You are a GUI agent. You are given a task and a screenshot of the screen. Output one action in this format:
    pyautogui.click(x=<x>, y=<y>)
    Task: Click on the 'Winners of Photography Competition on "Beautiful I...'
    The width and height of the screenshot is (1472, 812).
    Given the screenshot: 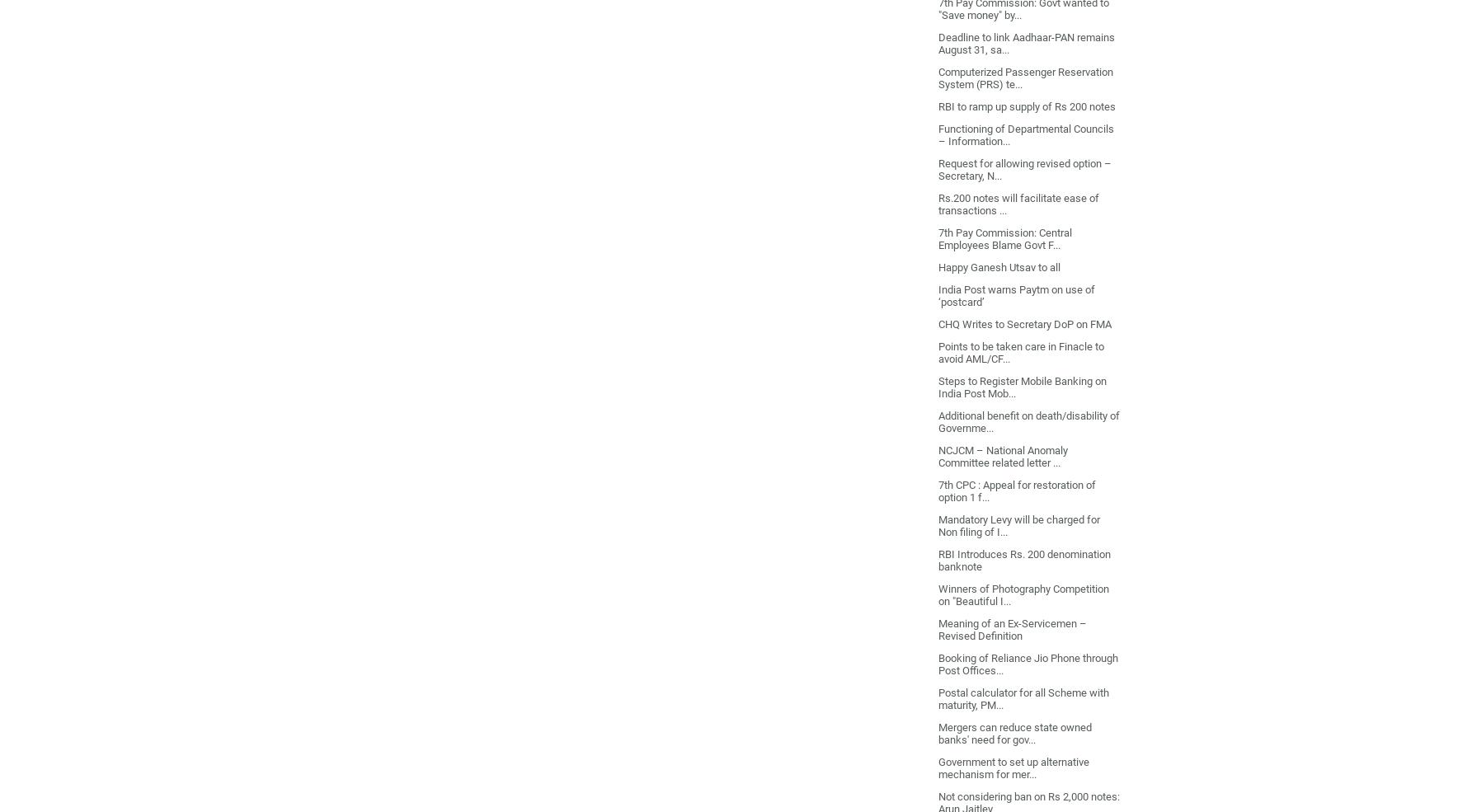 What is the action you would take?
    pyautogui.click(x=1022, y=594)
    